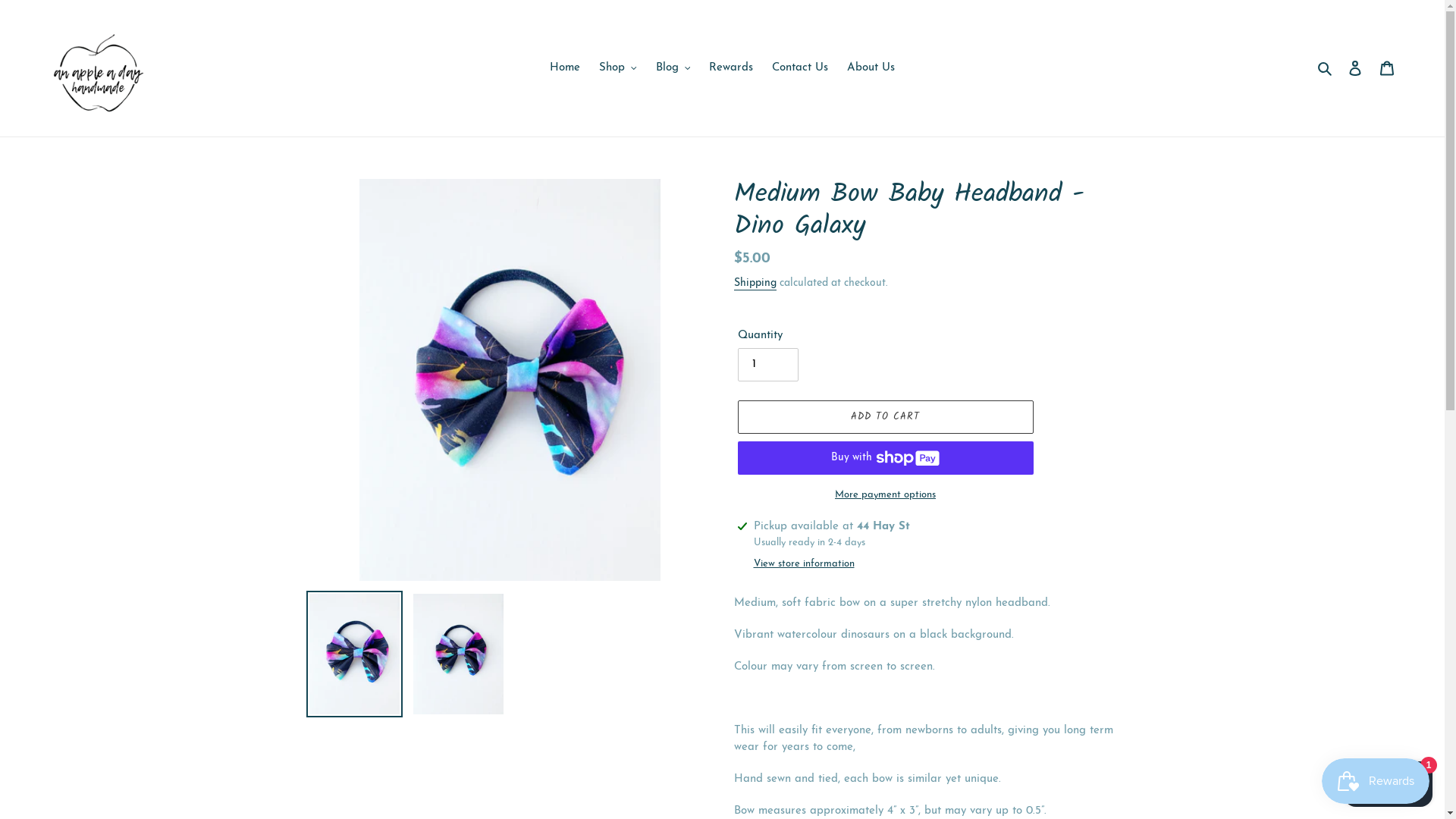 The image size is (1456, 819). I want to click on 'Shop', so click(590, 68).